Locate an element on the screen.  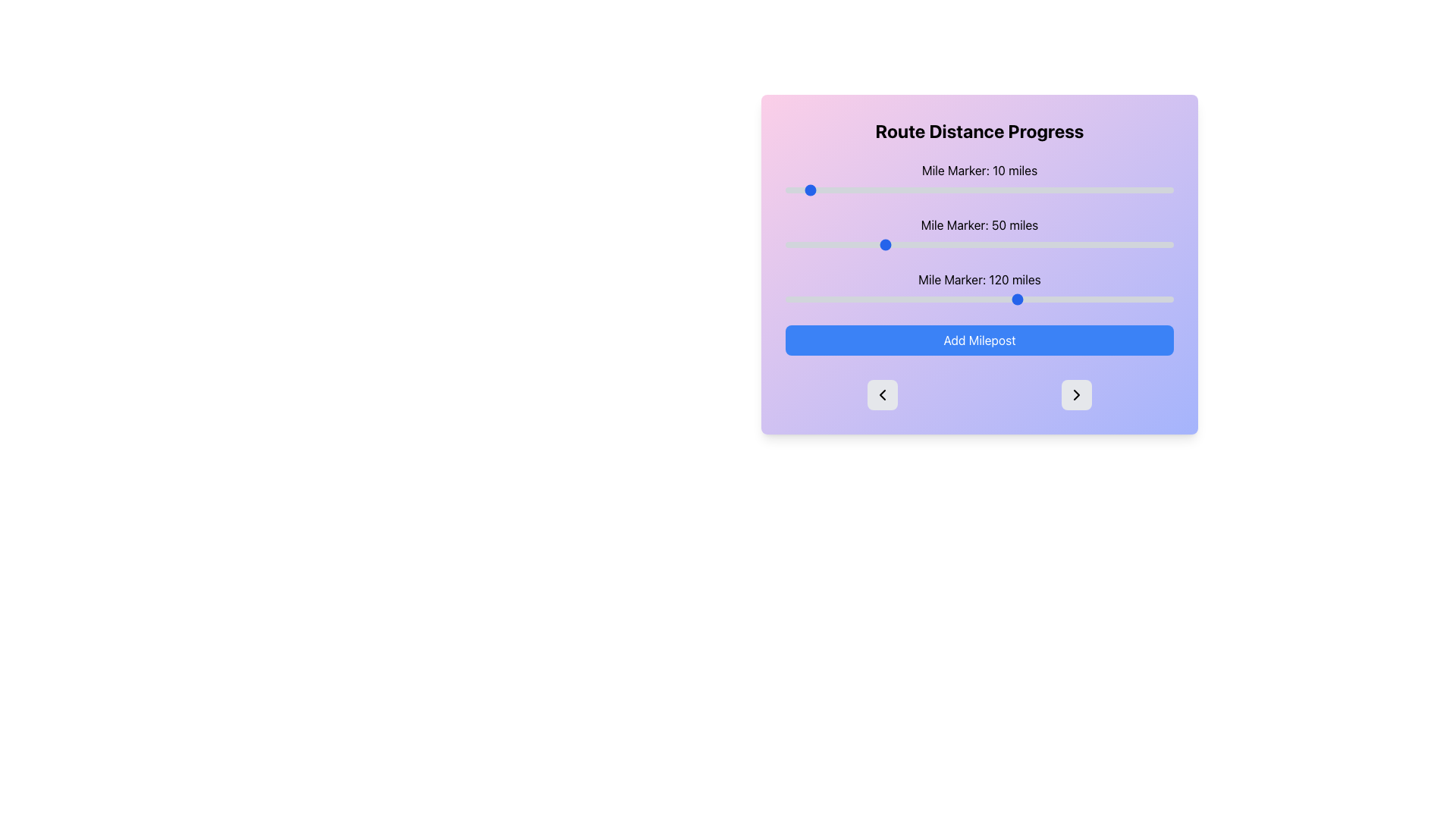
the left-chevron SVG icon located within a circular button in the bottom left of the dialog interface is located at coordinates (882, 394).